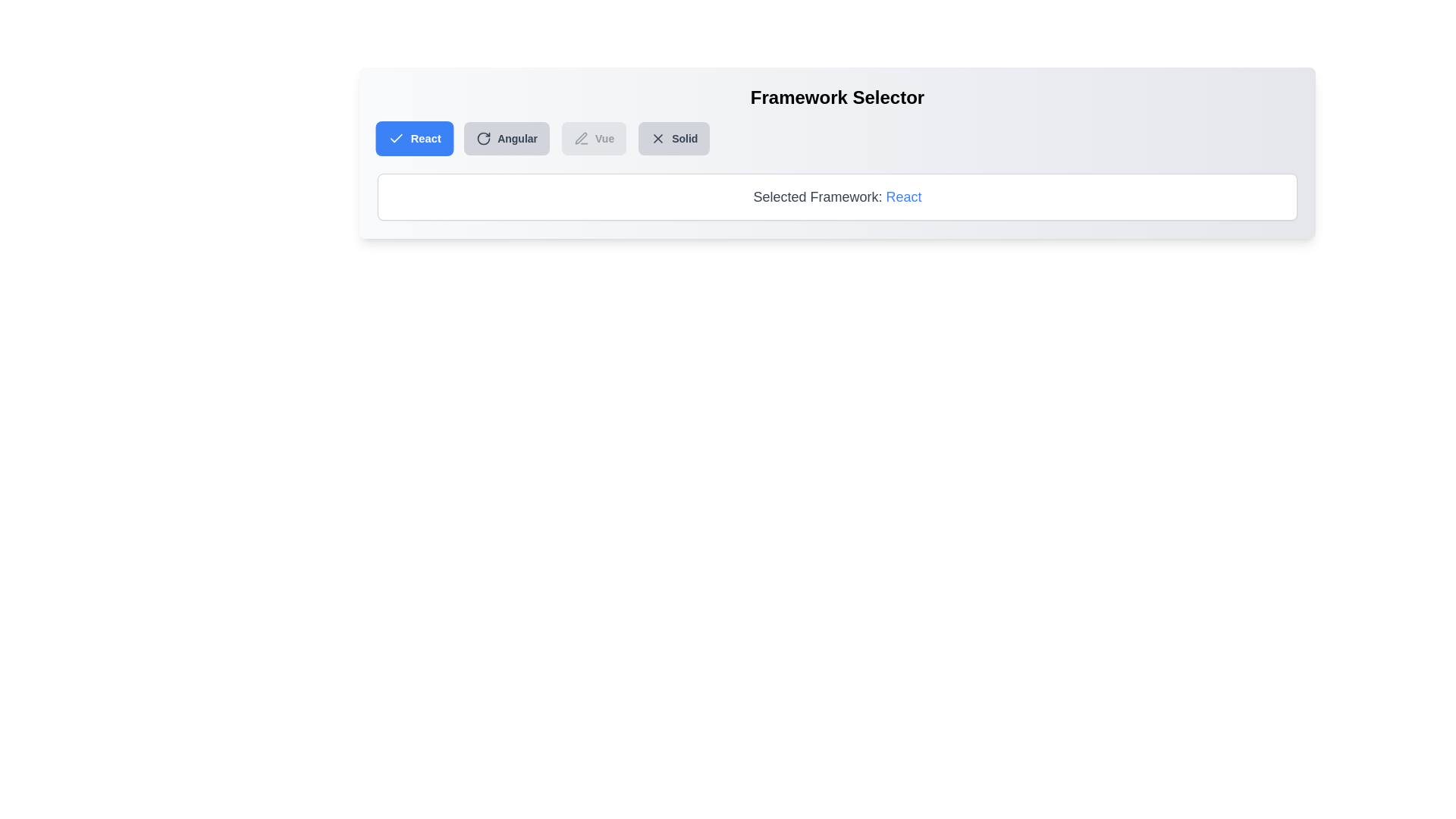 This screenshot has height=819, width=1456. I want to click on the blue 'React' button with white text and a checkmark icon, so click(415, 138).